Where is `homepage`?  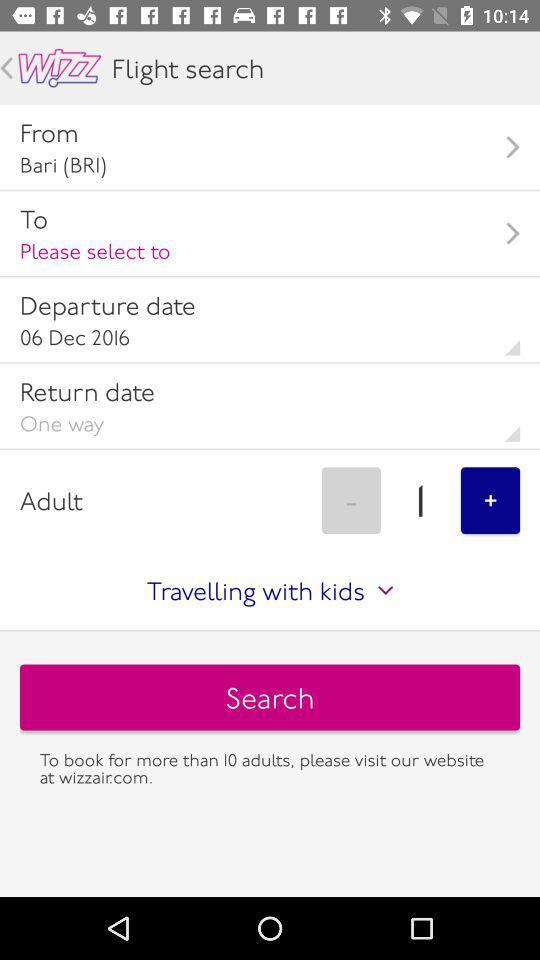
homepage is located at coordinates (59, 68).